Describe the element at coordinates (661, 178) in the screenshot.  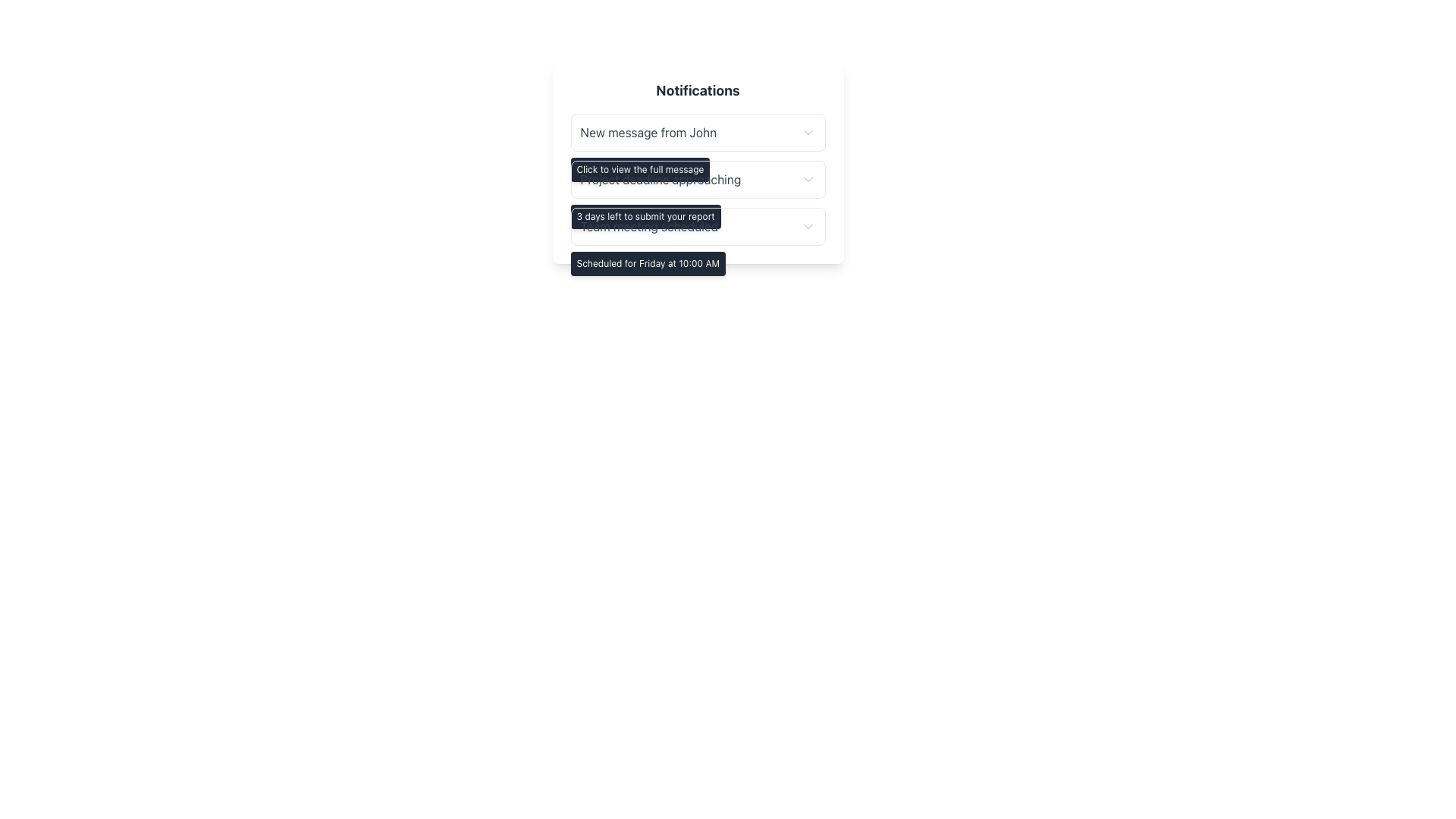
I see `the text label that serves as the notification title for an upcoming project deadline, located as the second item in a vertical list of notifications` at that location.